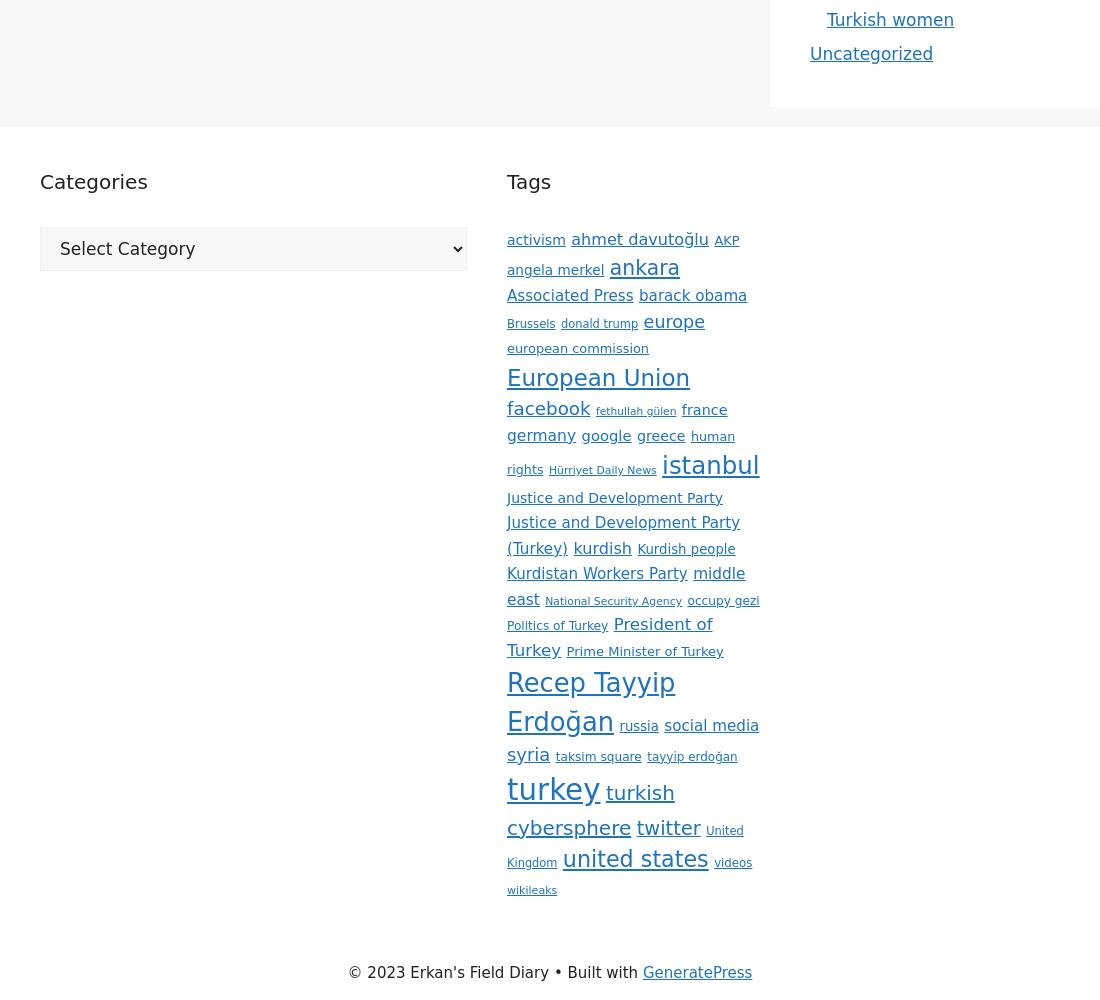  I want to click on 'videos', so click(732, 861).